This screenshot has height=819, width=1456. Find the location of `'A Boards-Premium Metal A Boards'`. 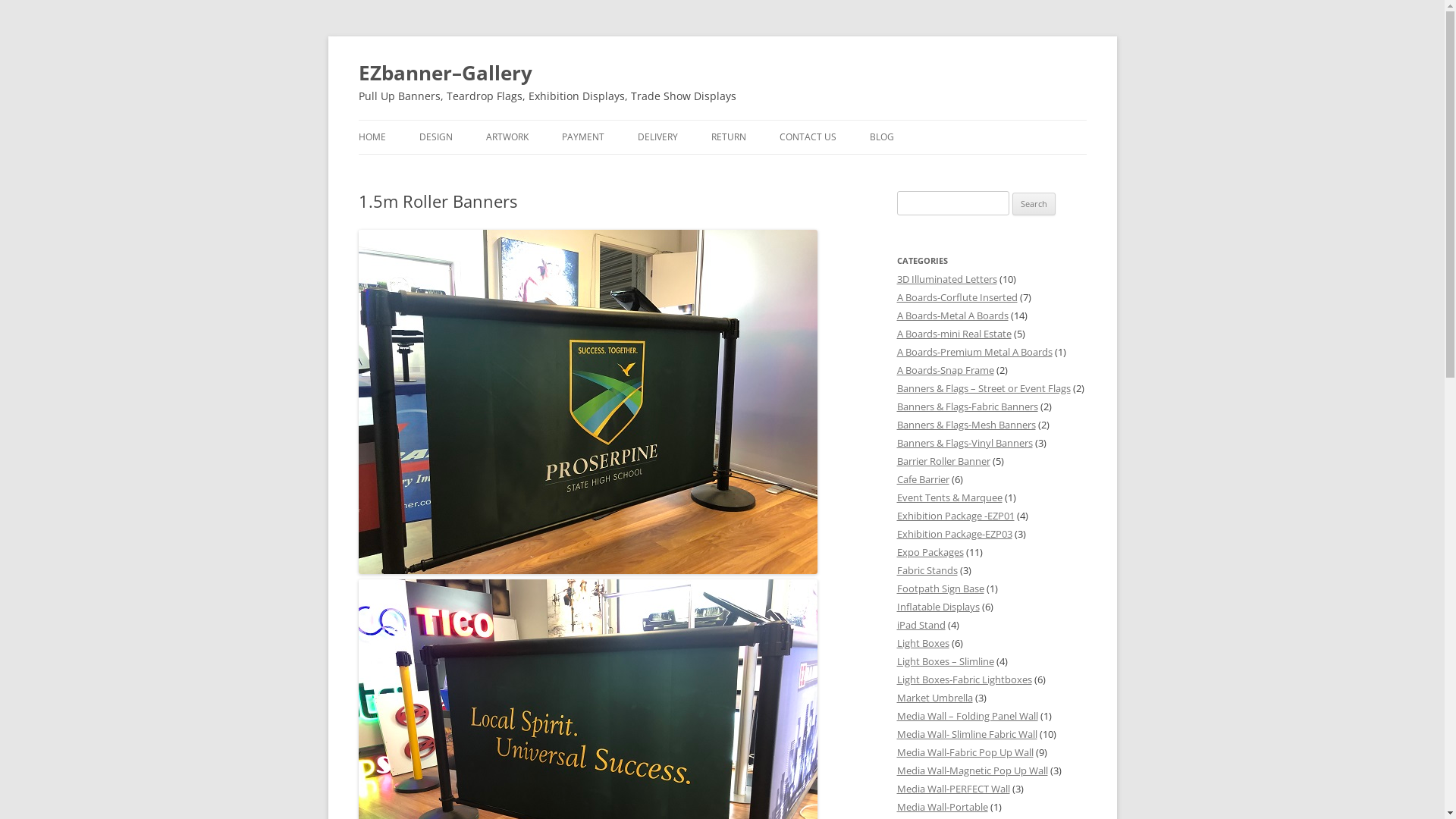

'A Boards-Premium Metal A Boards' is located at coordinates (974, 351).